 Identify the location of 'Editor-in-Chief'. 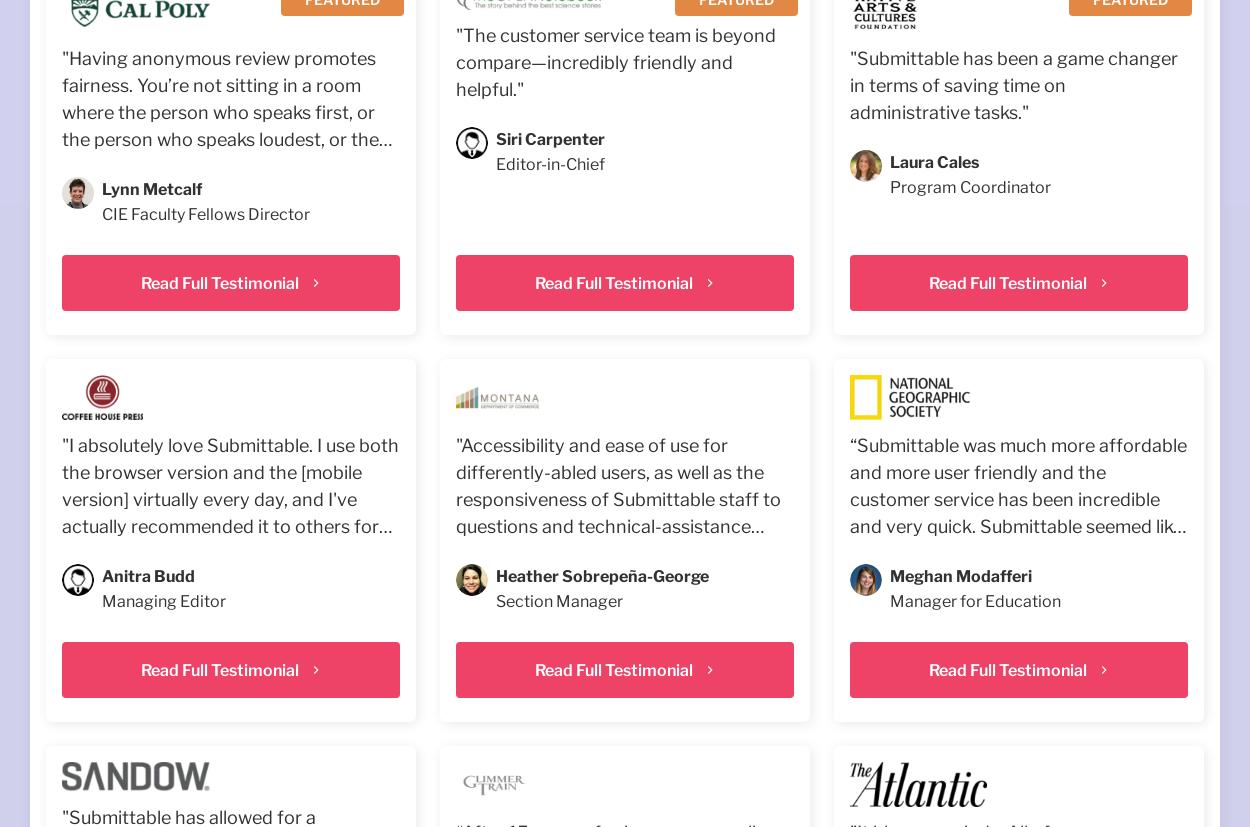
(549, 162).